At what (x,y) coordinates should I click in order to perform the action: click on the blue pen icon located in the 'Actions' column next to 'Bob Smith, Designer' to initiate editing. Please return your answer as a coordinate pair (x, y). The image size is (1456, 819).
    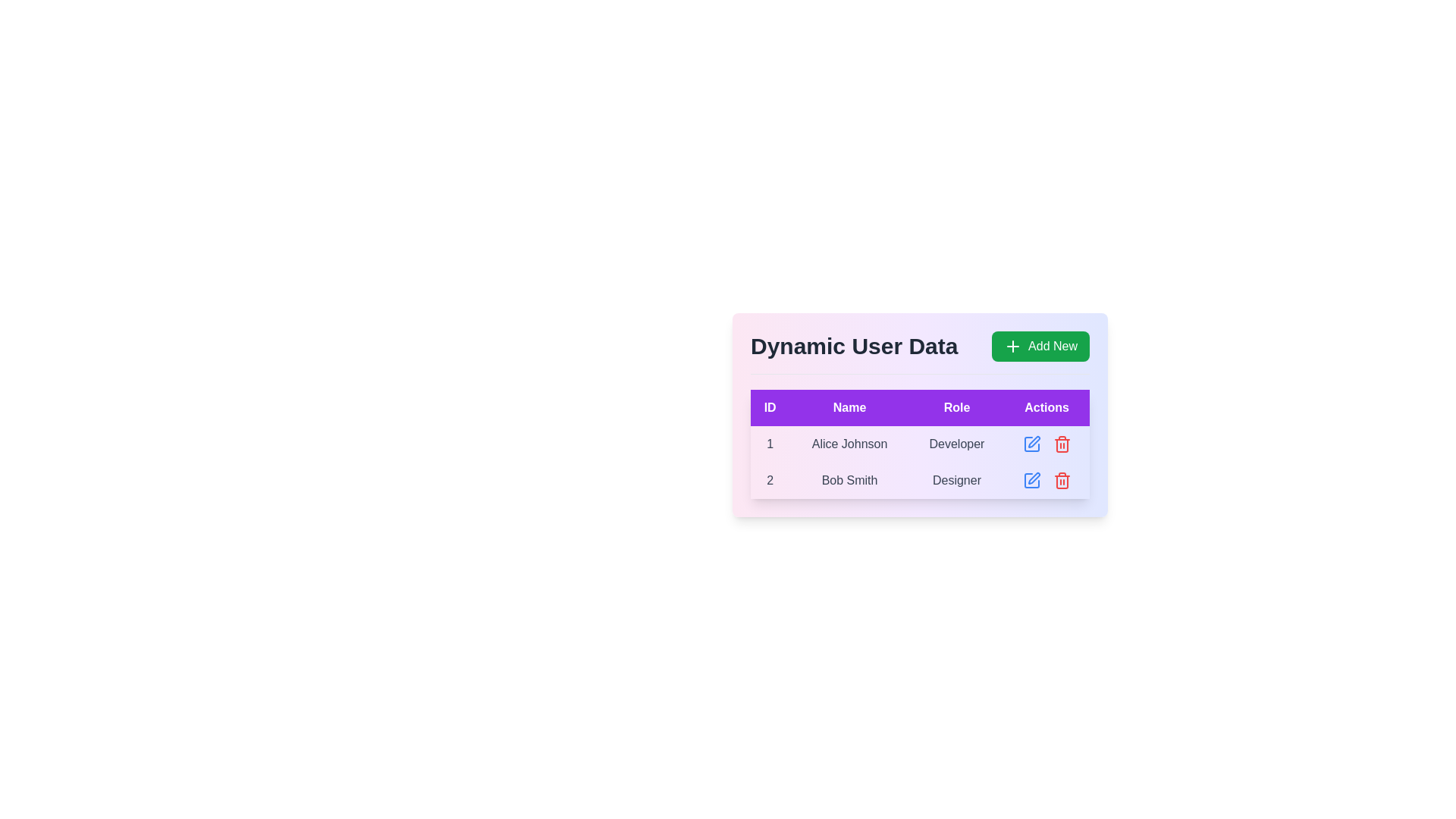
    Looking at the image, I should click on (1031, 480).